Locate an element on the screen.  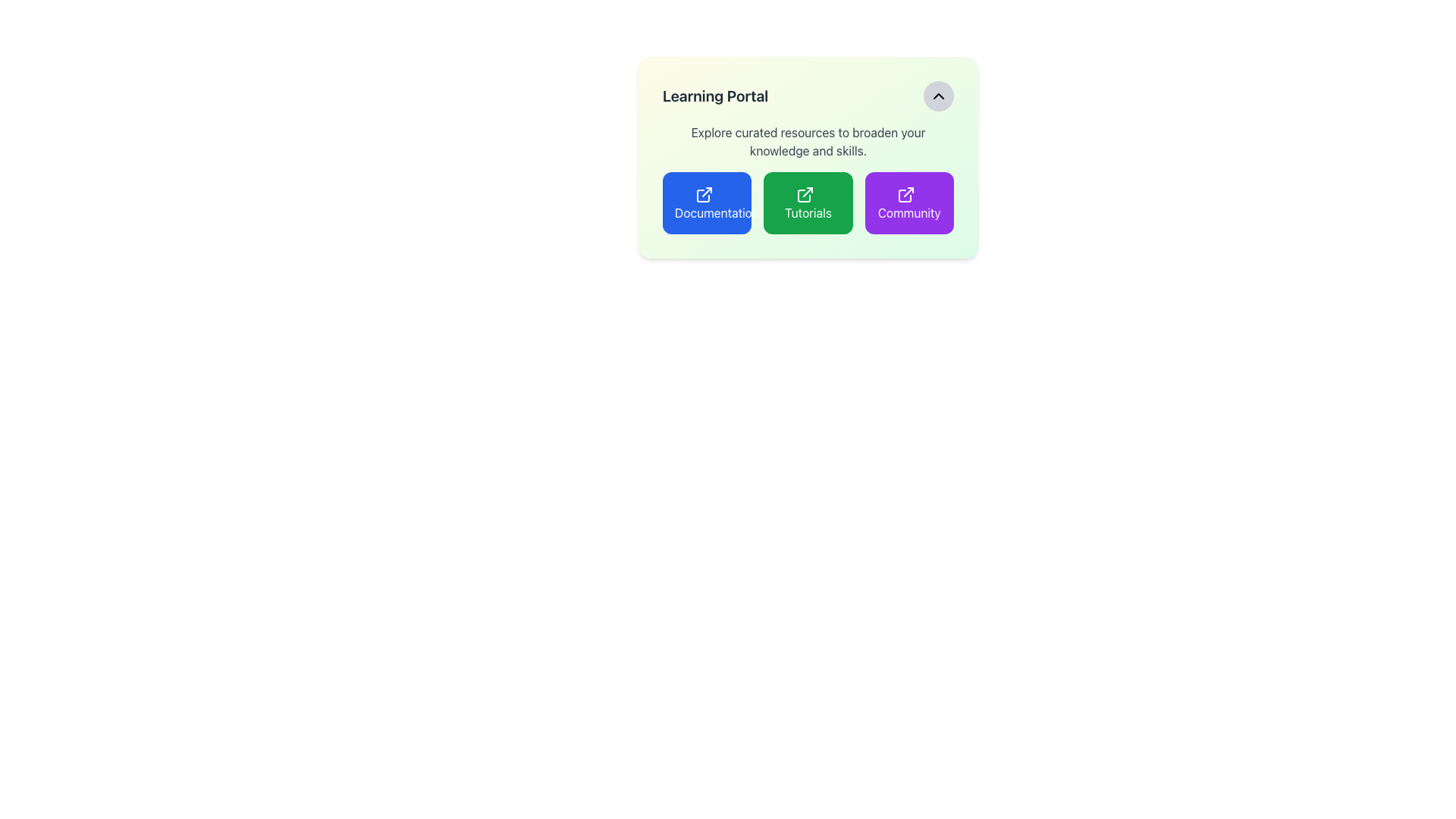
the visual indicator icon located to the left of the 'Tutorials' text label within the 'Tutorials' button at the center of the lower part of the card is located at coordinates (804, 193).